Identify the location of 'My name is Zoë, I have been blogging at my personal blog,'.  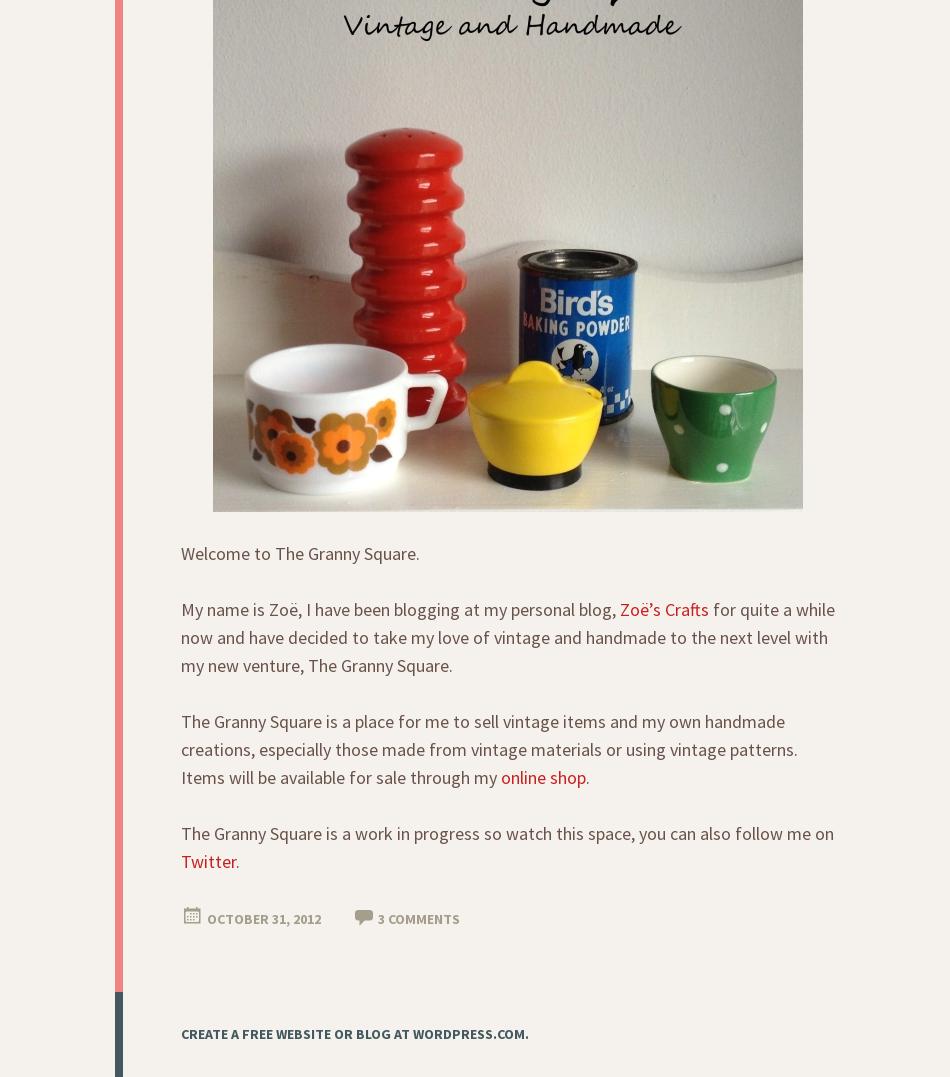
(399, 608).